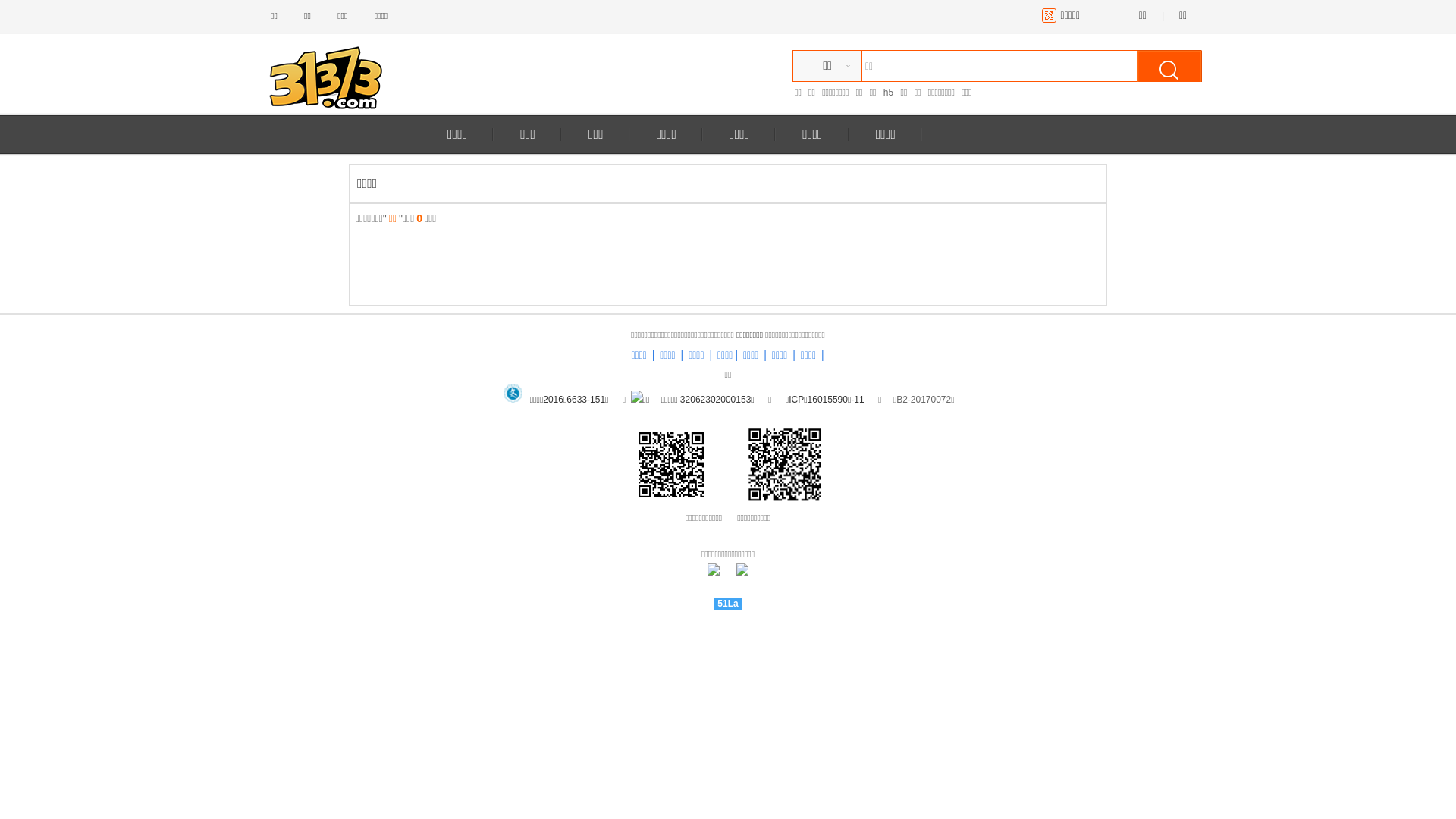  What do you see at coordinates (883, 93) in the screenshot?
I see `'h5'` at bounding box center [883, 93].